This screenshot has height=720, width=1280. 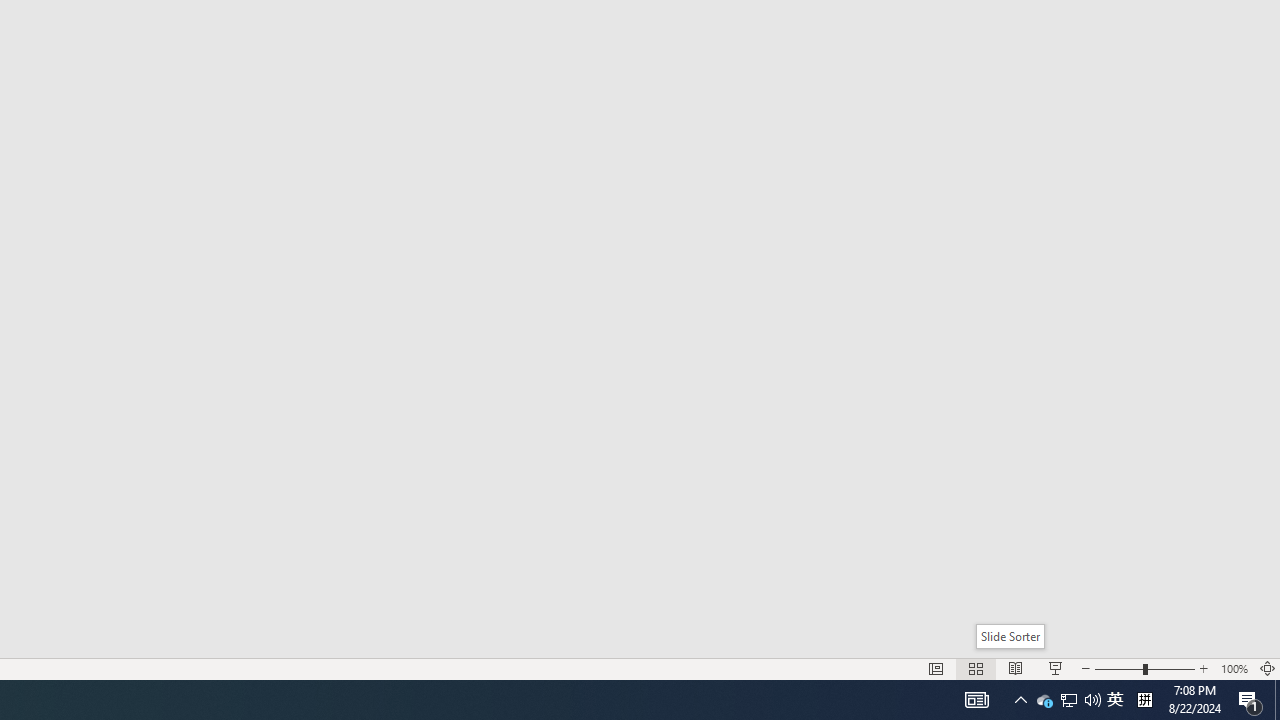 I want to click on 'Reading View', so click(x=1015, y=669).